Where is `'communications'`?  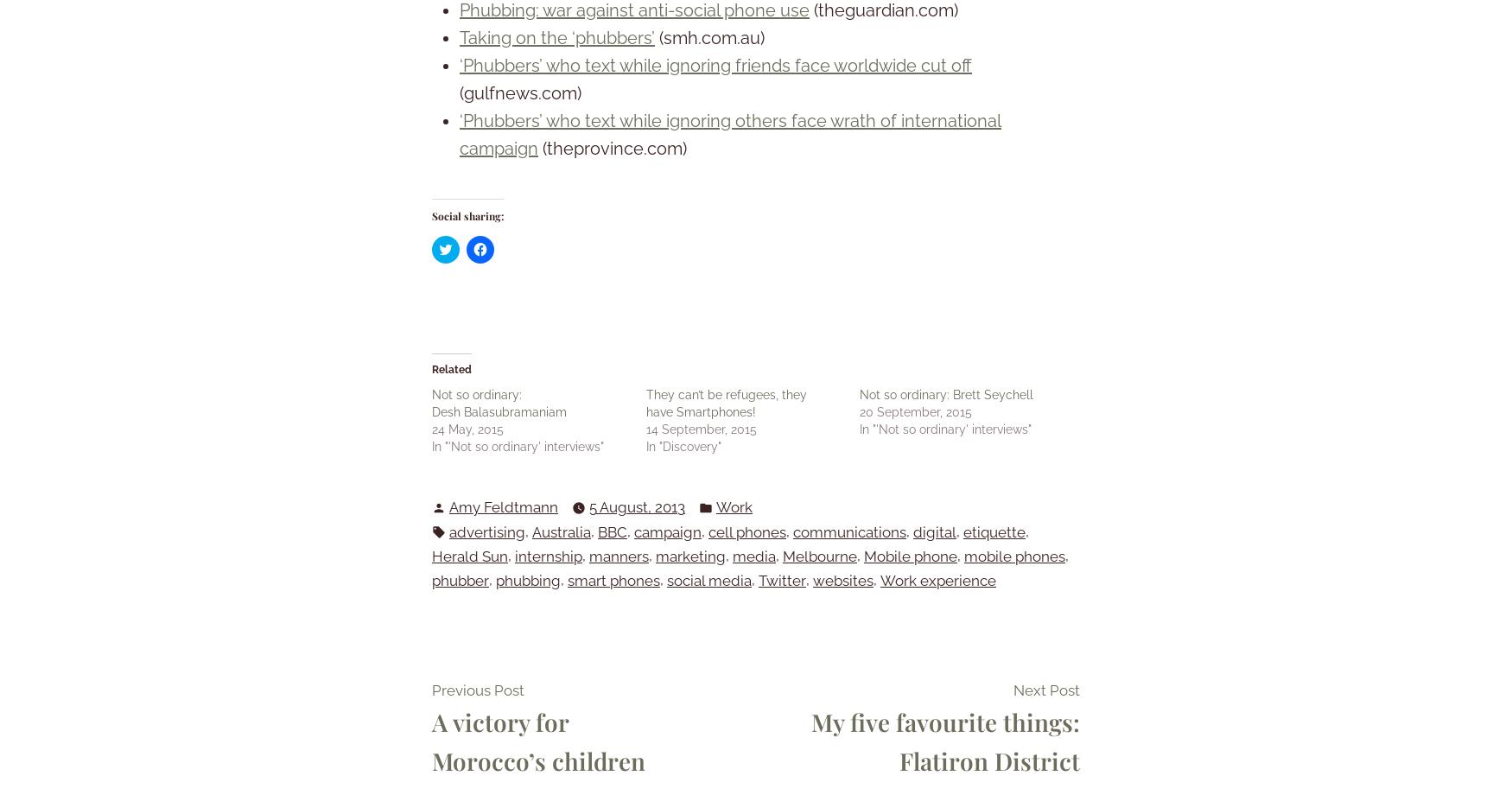
'communications' is located at coordinates (849, 531).